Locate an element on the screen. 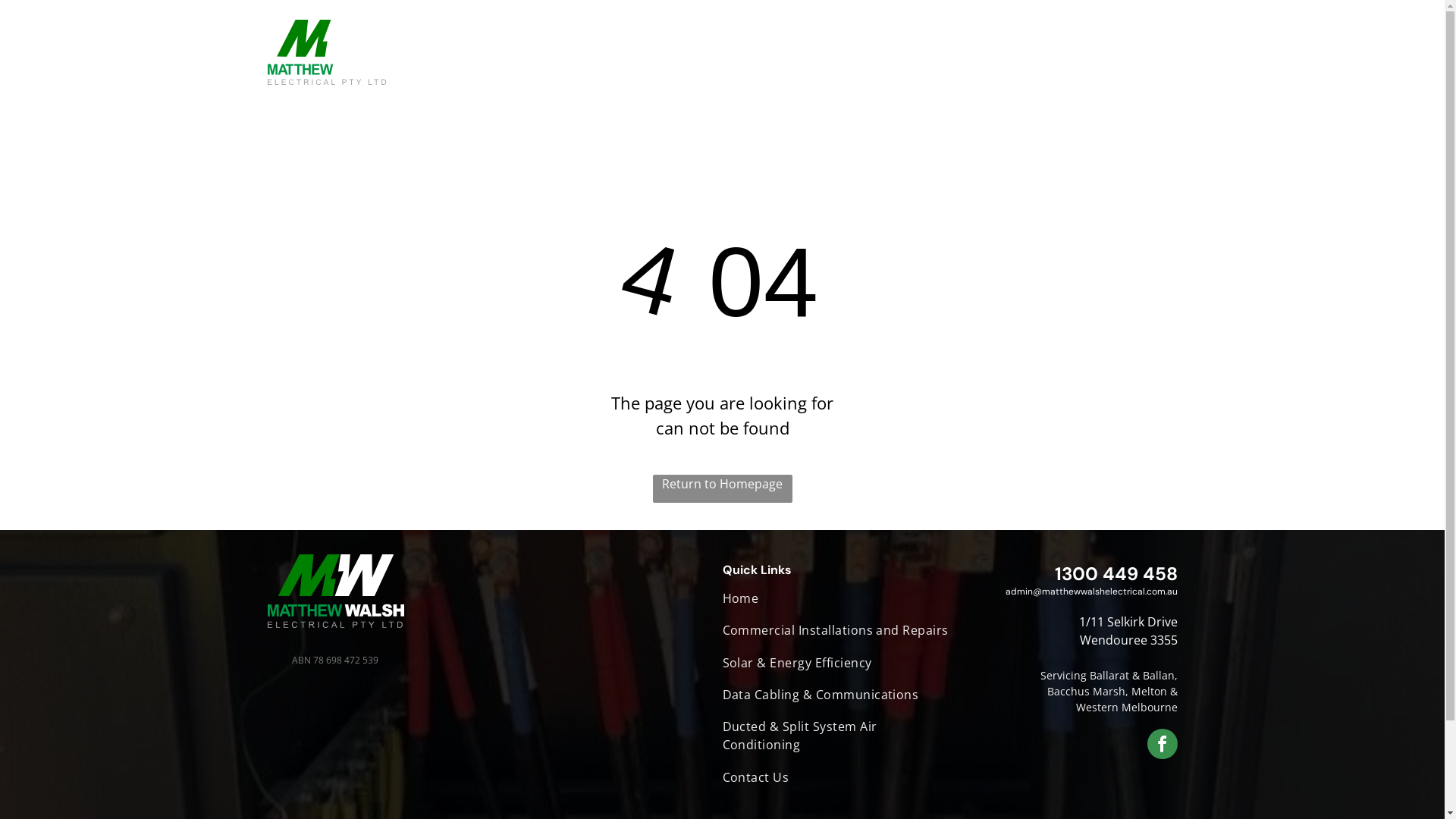 The height and width of the screenshot is (819, 1456). 'Return to Homepage' is located at coordinates (720, 488).